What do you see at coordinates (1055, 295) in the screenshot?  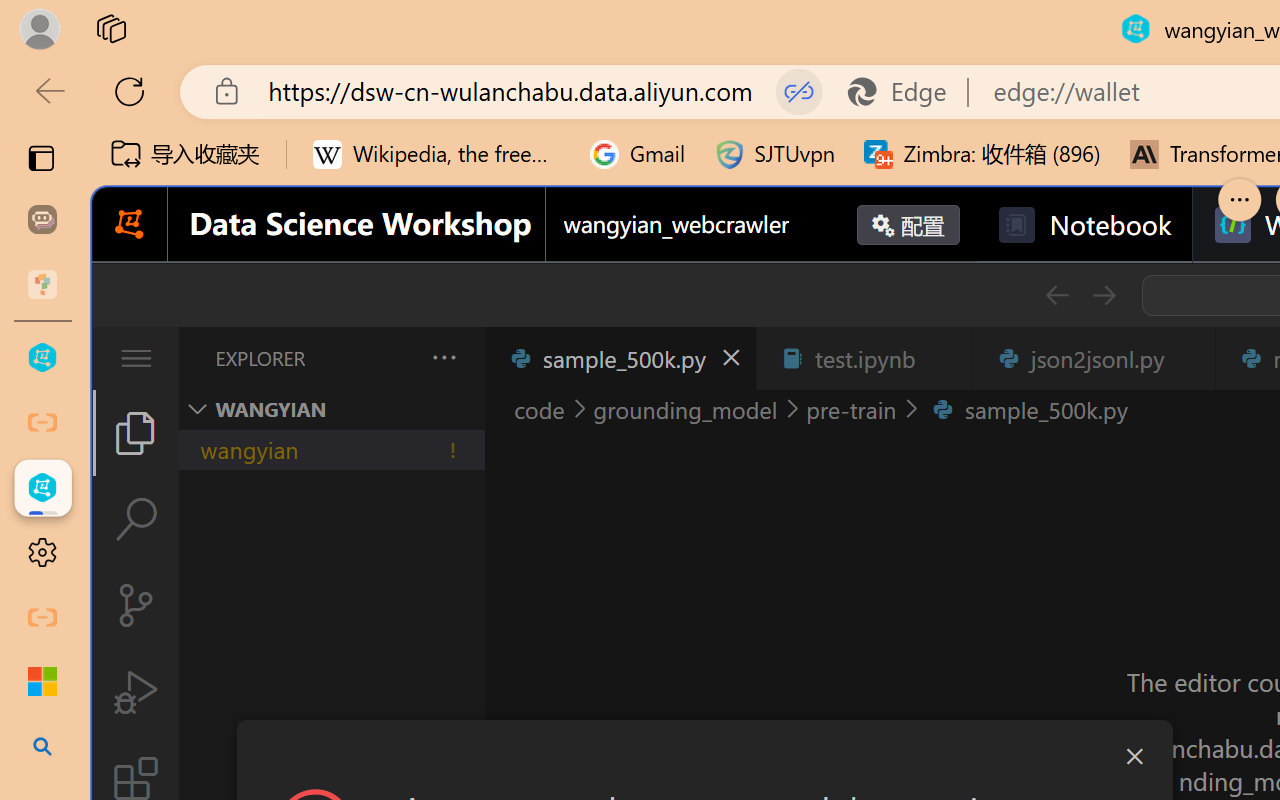 I see `'Go Back (Alt+LeftArrow)'` at bounding box center [1055, 295].